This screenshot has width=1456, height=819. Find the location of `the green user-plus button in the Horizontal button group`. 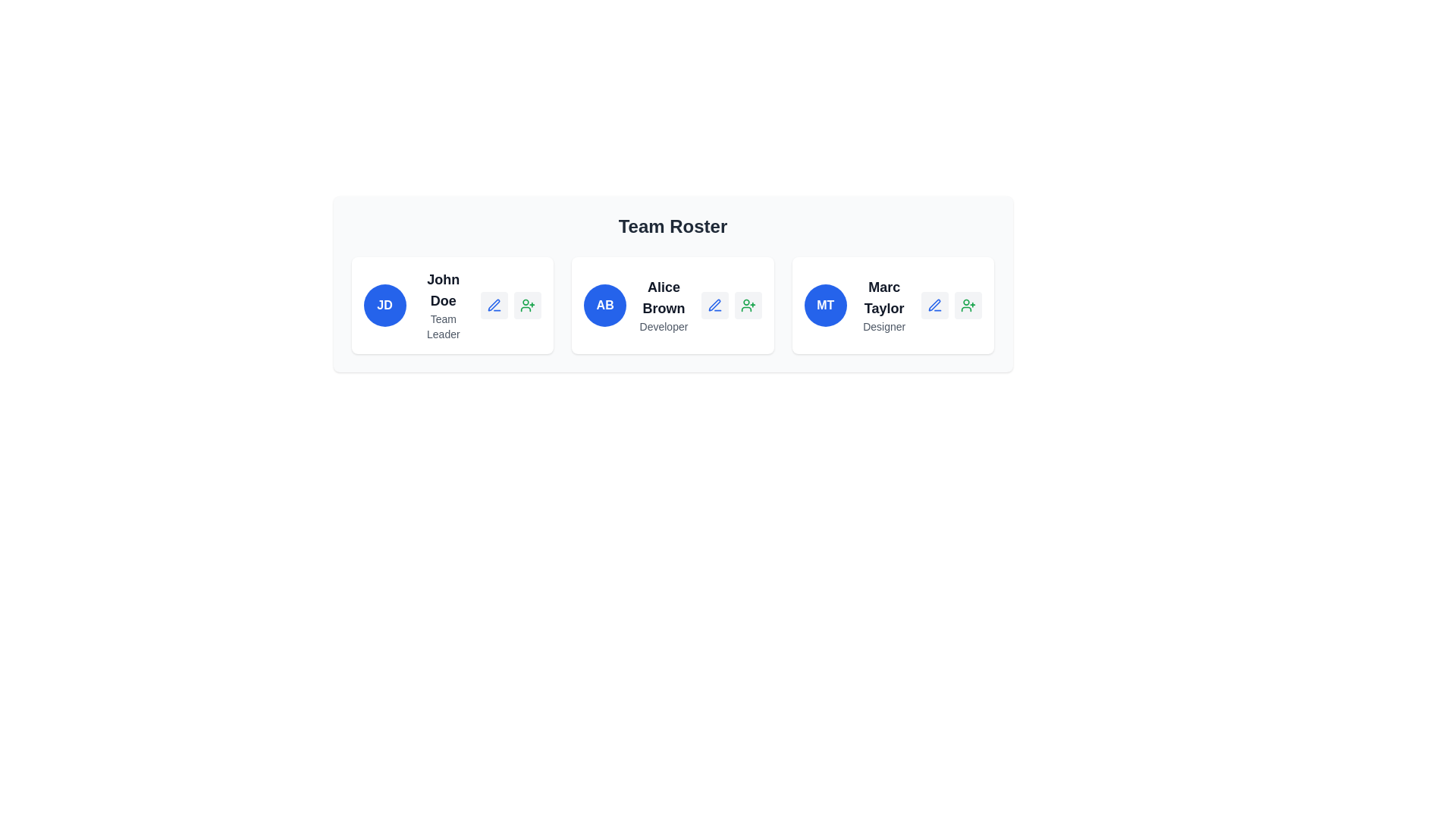

the green user-plus button in the Horizontal button group is located at coordinates (510, 305).